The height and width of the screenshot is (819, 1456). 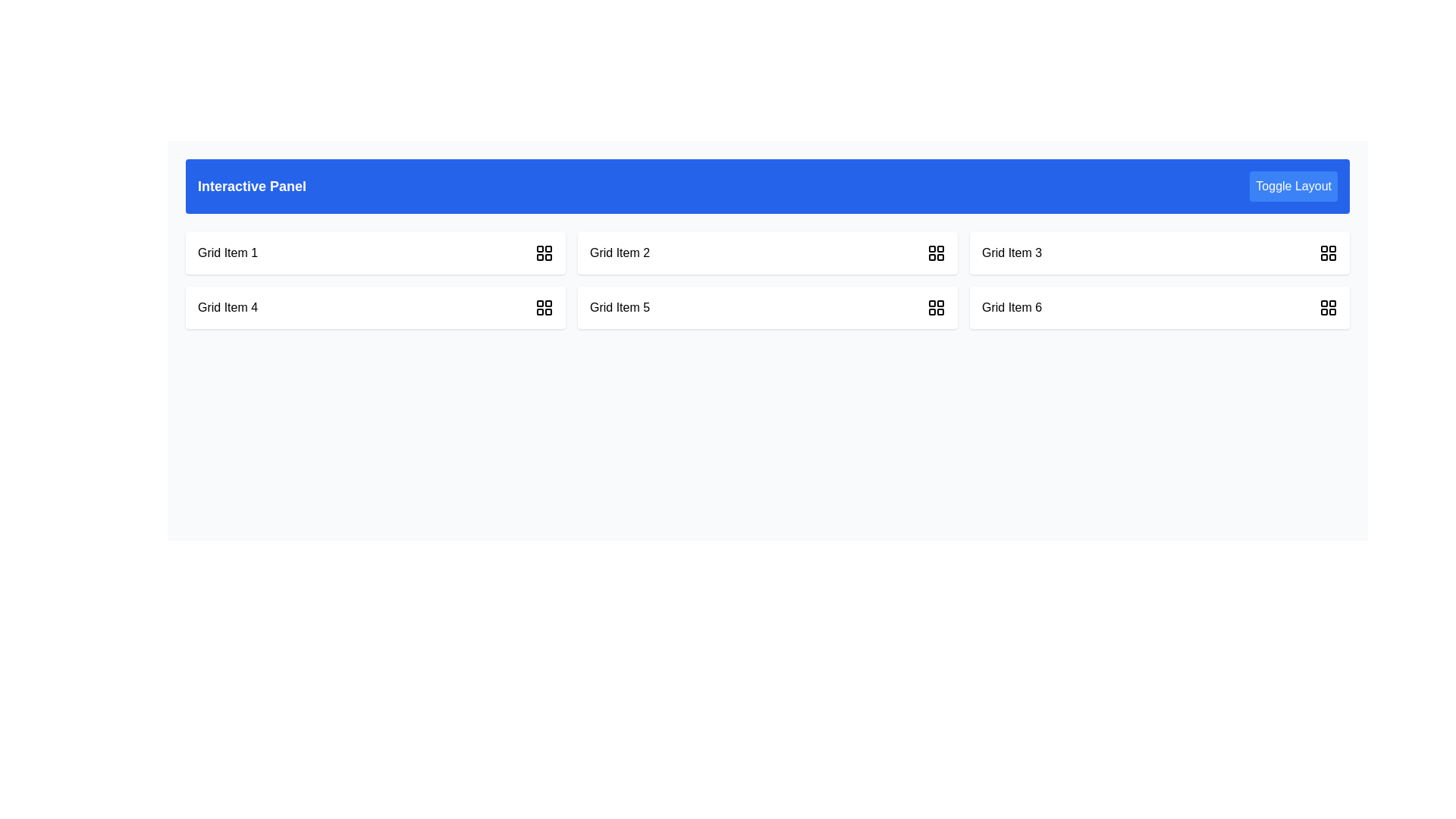 I want to click on the informational label displayed for the associated grid item, located at the upper-left of the layout within its card-like structure, so click(x=227, y=253).